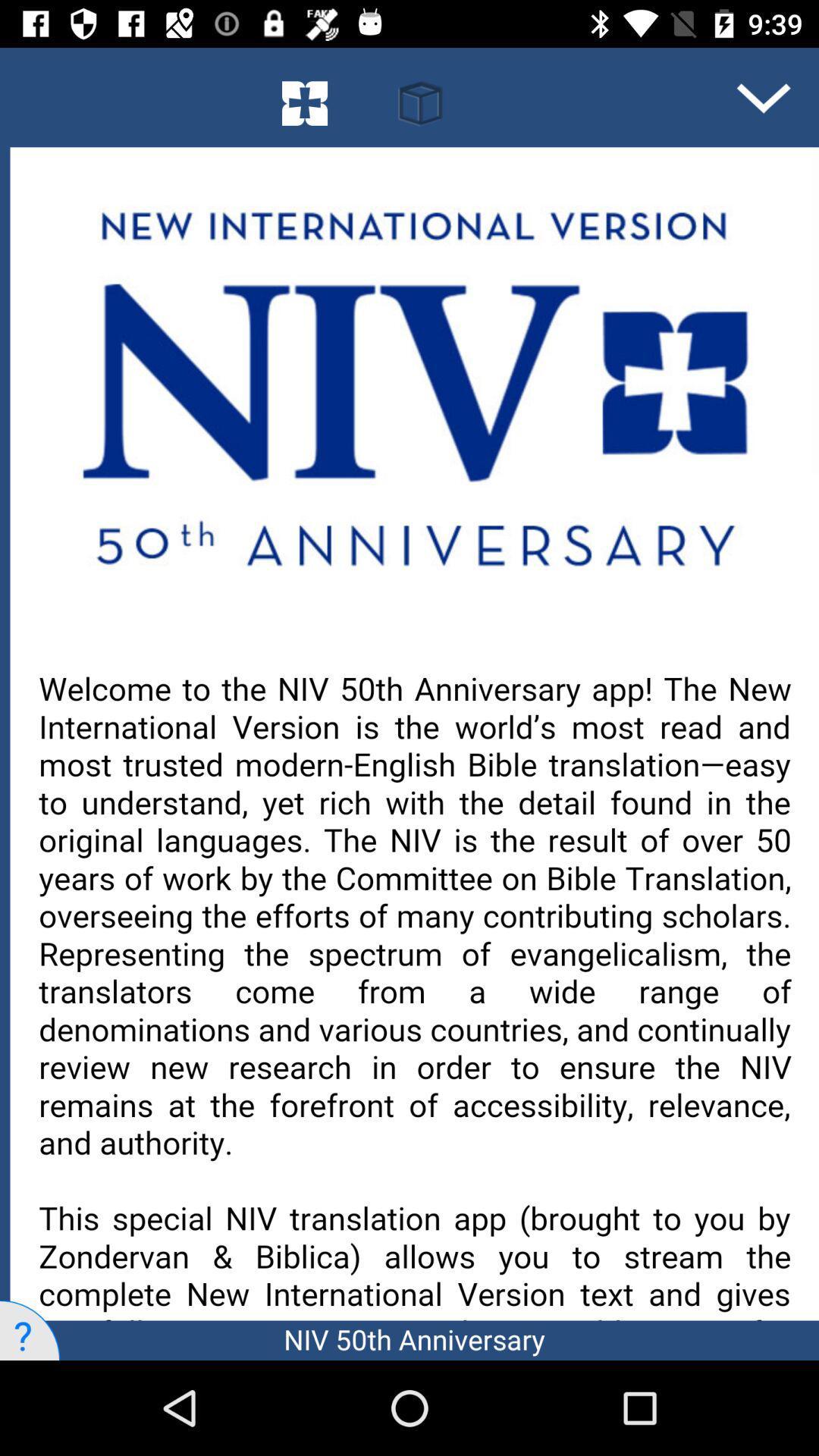 This screenshot has height=1456, width=819. Describe the element at coordinates (718, 1329) in the screenshot. I see `the close icon` at that location.